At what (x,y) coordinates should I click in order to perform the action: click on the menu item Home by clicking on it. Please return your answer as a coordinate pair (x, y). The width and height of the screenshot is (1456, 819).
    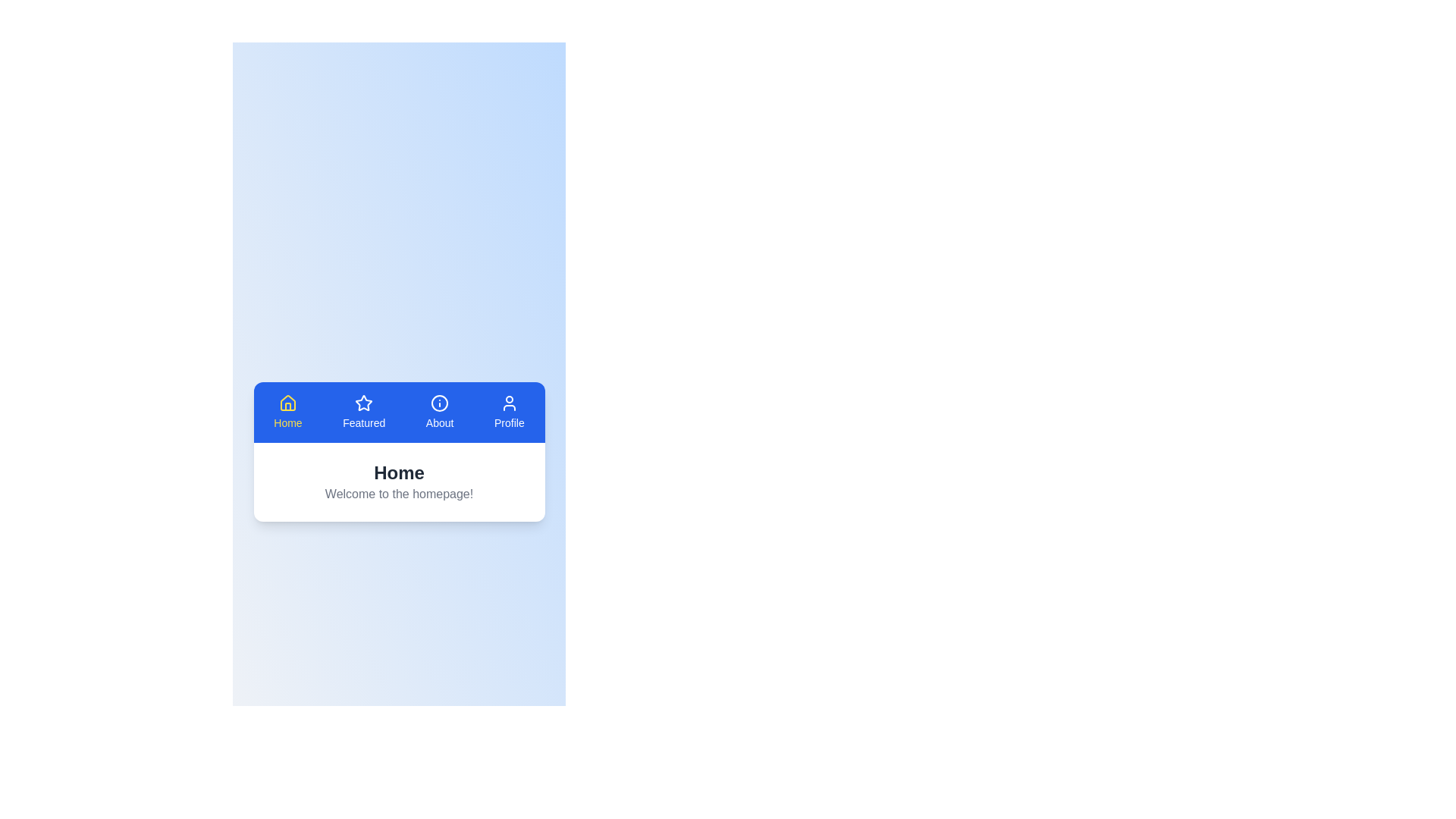
    Looking at the image, I should click on (287, 412).